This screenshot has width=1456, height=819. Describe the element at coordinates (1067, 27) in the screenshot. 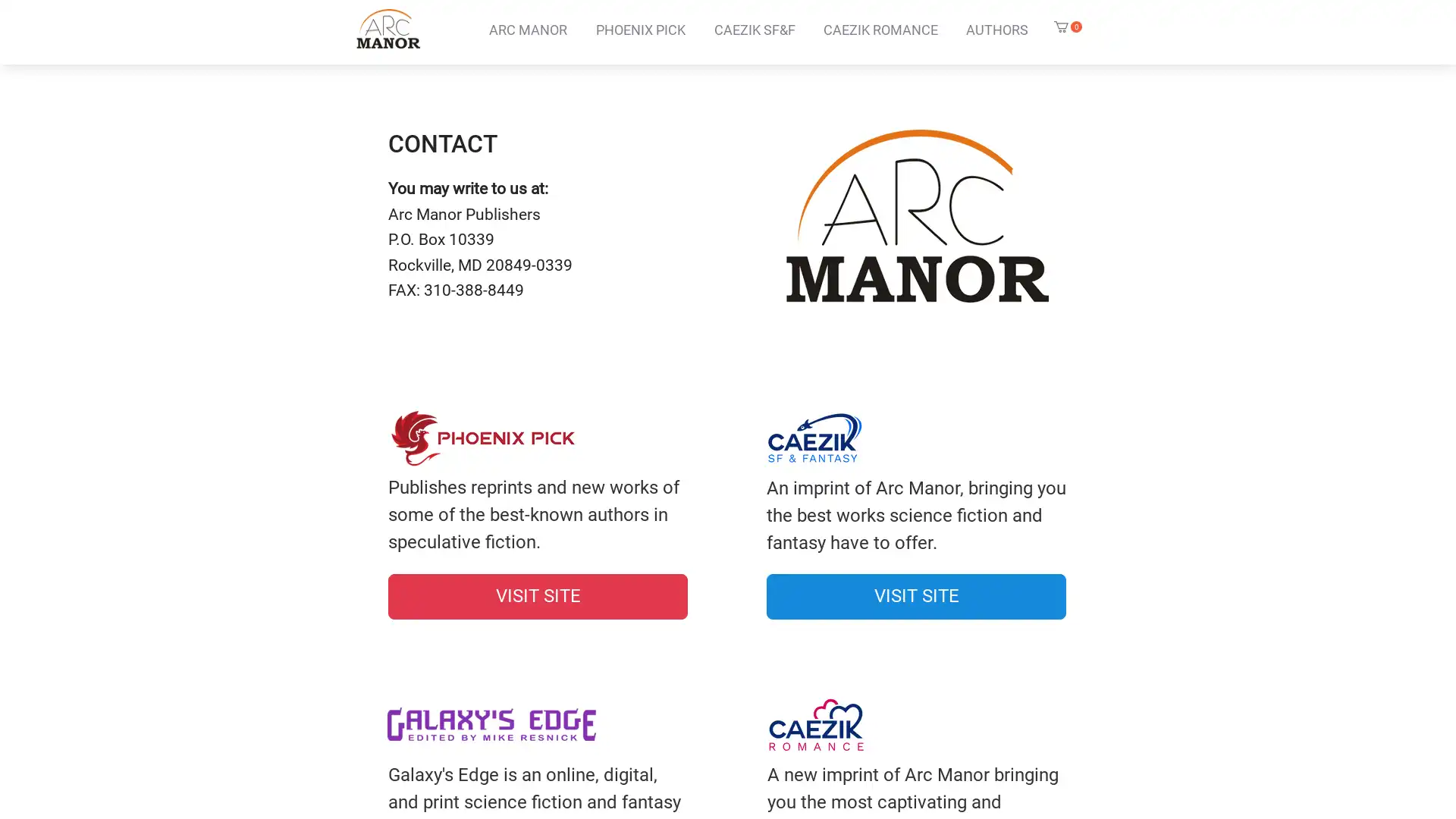

I see `Cart with 0 items` at that location.